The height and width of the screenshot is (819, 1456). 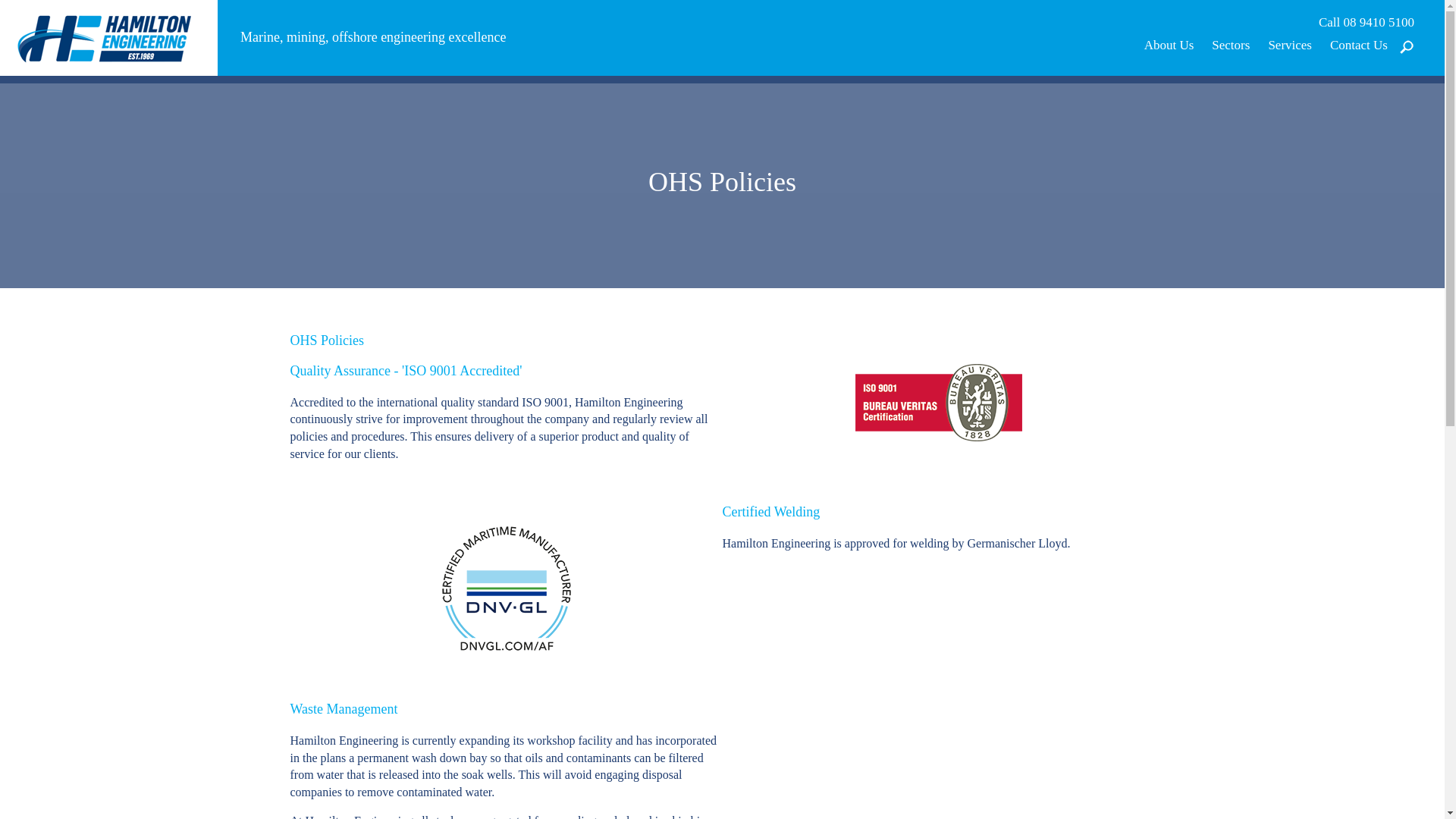 What do you see at coordinates (1288, 44) in the screenshot?
I see `'Services'` at bounding box center [1288, 44].